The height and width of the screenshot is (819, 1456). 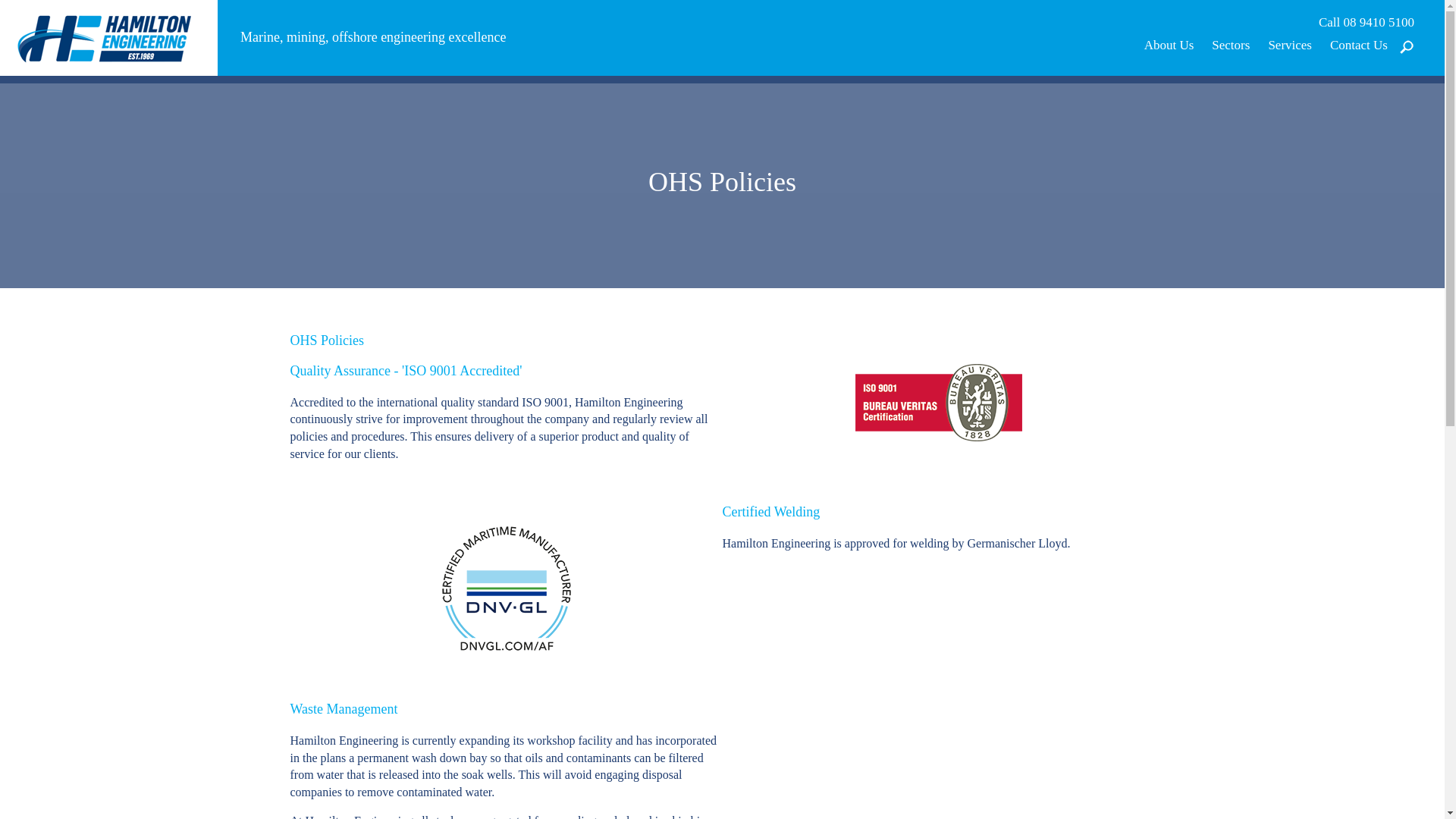 What do you see at coordinates (1288, 44) in the screenshot?
I see `'Services'` at bounding box center [1288, 44].